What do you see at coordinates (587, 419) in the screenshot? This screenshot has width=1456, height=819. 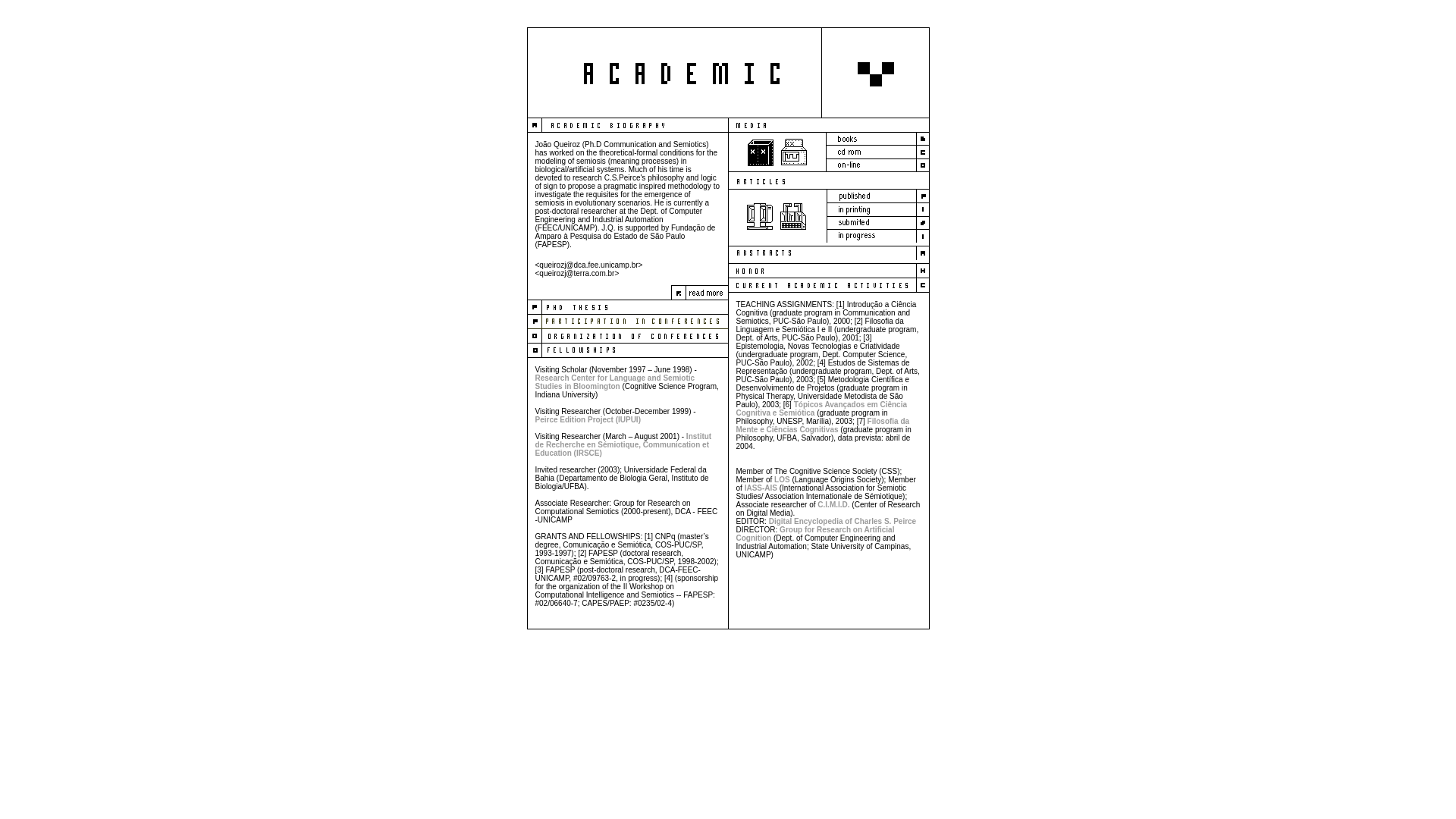 I see `'Peirce Edition Project (IUPUI)'` at bounding box center [587, 419].